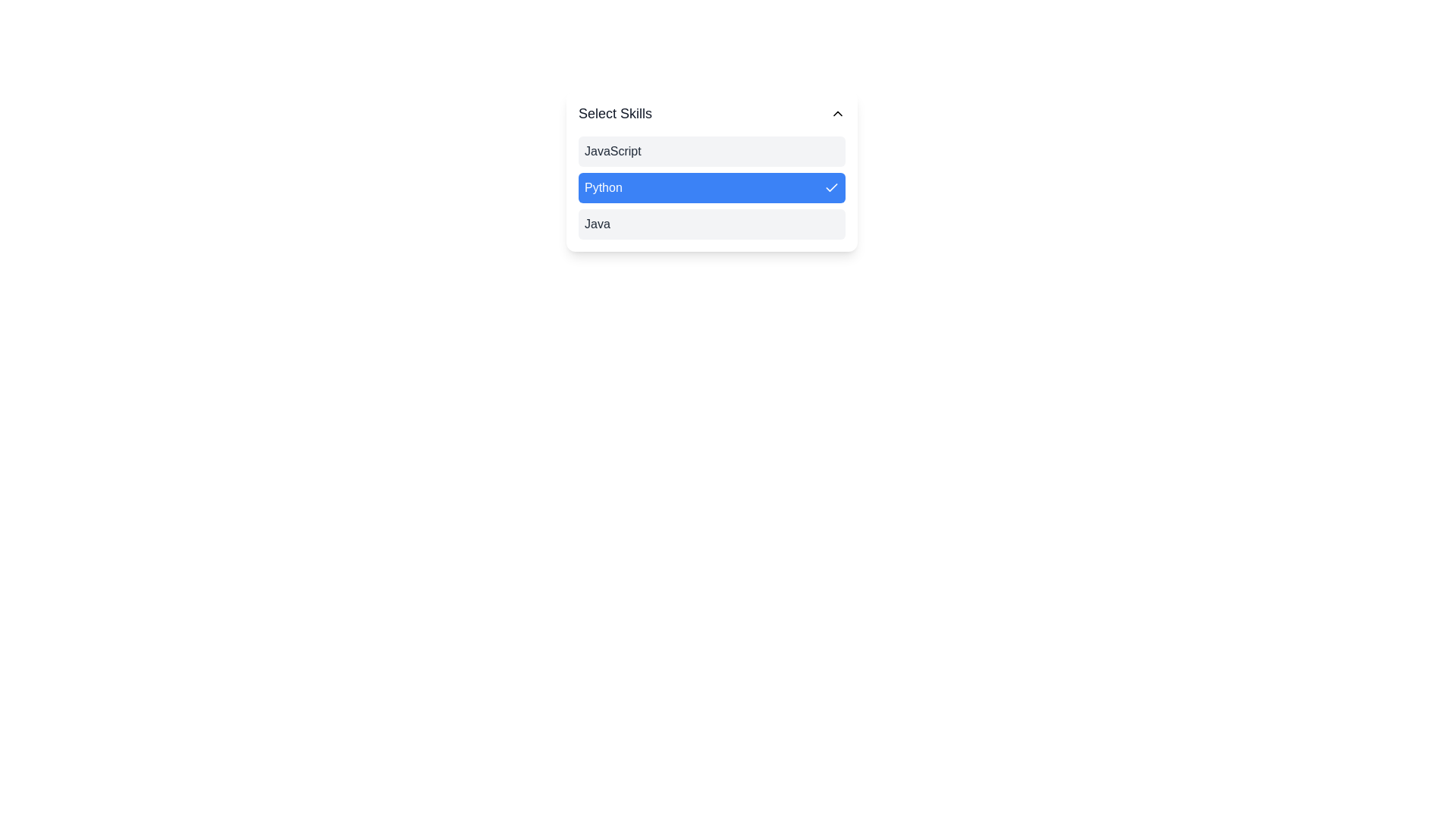 The height and width of the screenshot is (819, 1456). What do you see at coordinates (711, 187) in the screenshot?
I see `the skill Python` at bounding box center [711, 187].